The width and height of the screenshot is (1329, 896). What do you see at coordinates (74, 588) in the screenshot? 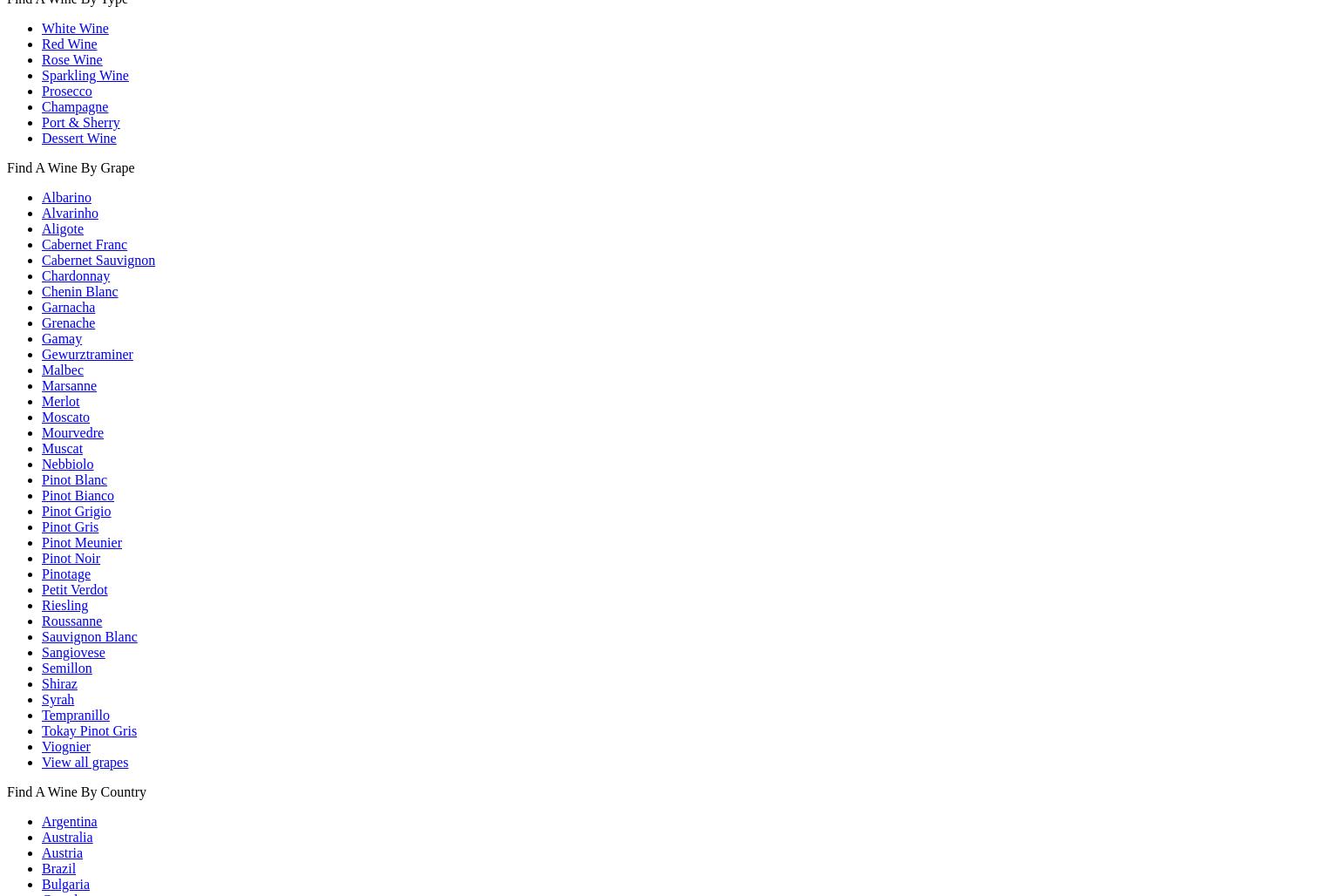
I see `'Petit Verdot'` at bounding box center [74, 588].